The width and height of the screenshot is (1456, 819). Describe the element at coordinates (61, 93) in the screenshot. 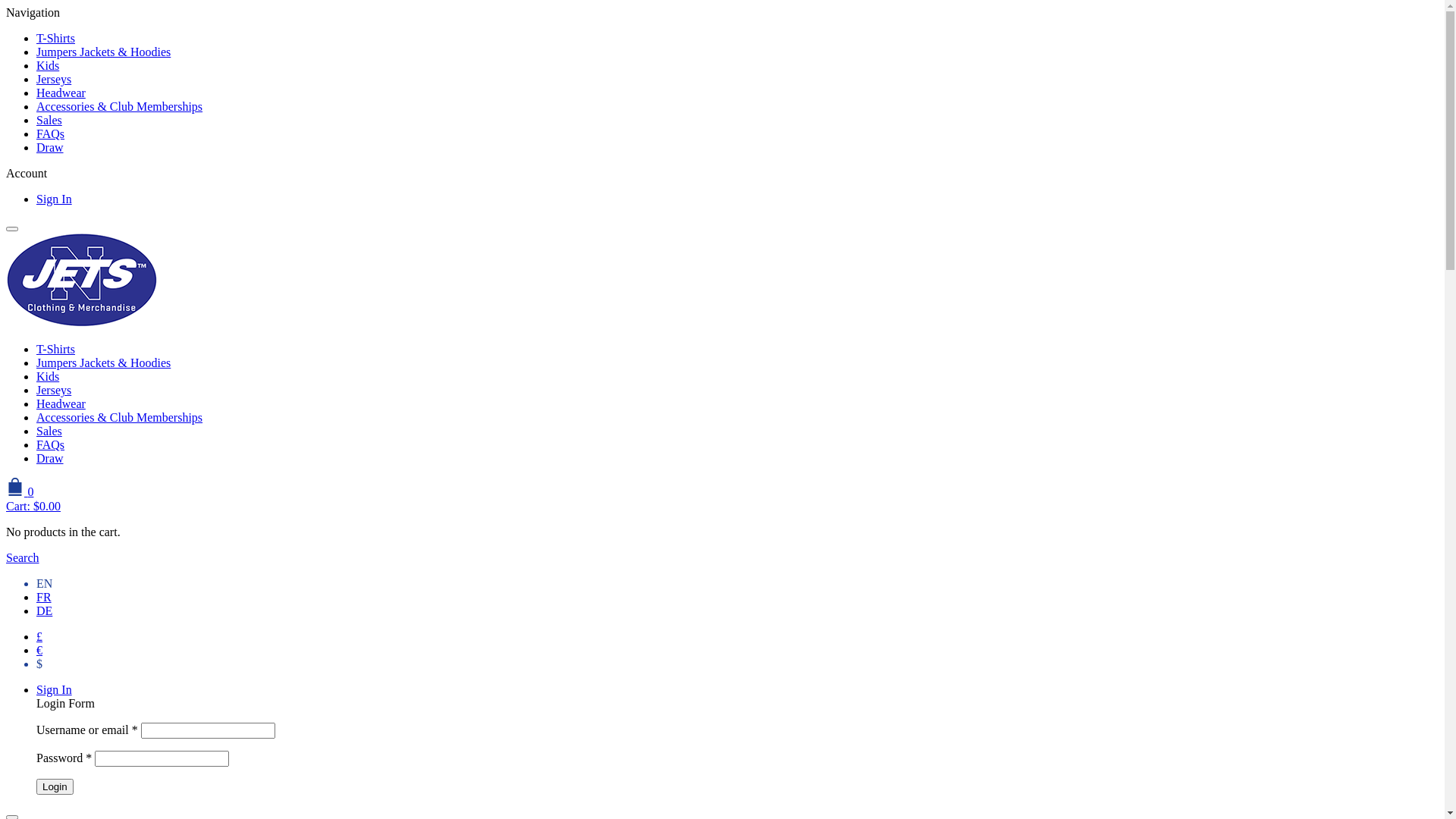

I see `'Headwear'` at that location.